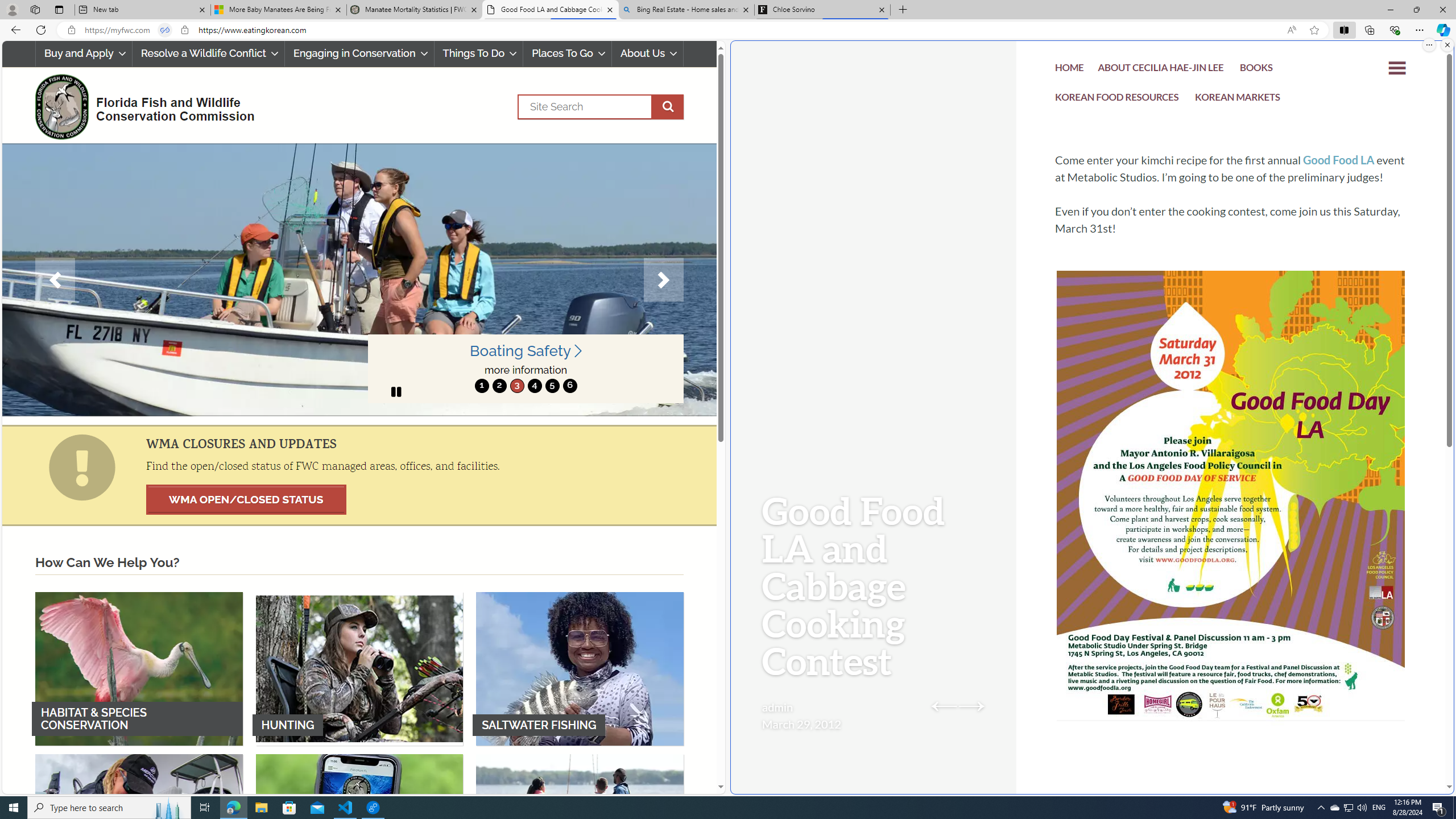  Describe the element at coordinates (415, 9) in the screenshot. I see `'Manatee Mortality Statistics | FWC'` at that location.